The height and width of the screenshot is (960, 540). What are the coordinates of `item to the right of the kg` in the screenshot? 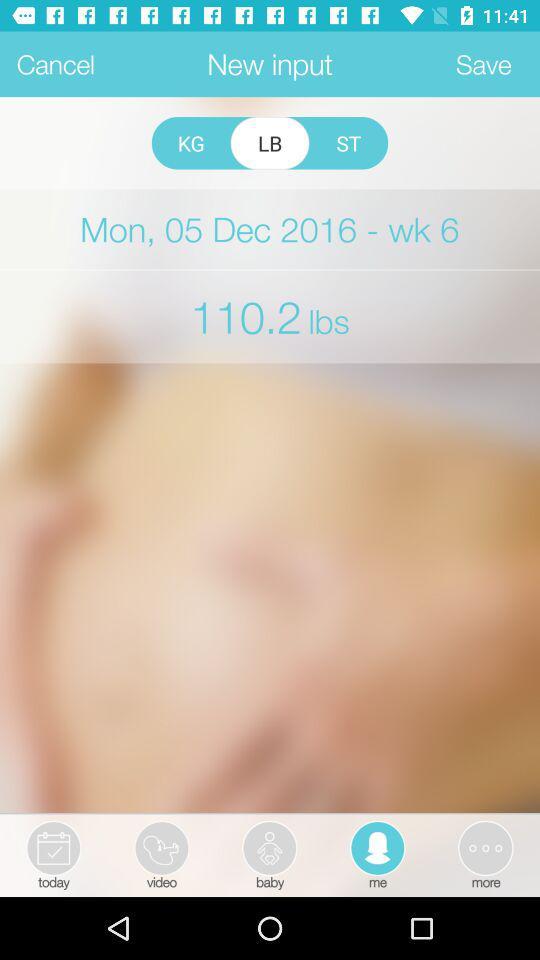 It's located at (270, 142).